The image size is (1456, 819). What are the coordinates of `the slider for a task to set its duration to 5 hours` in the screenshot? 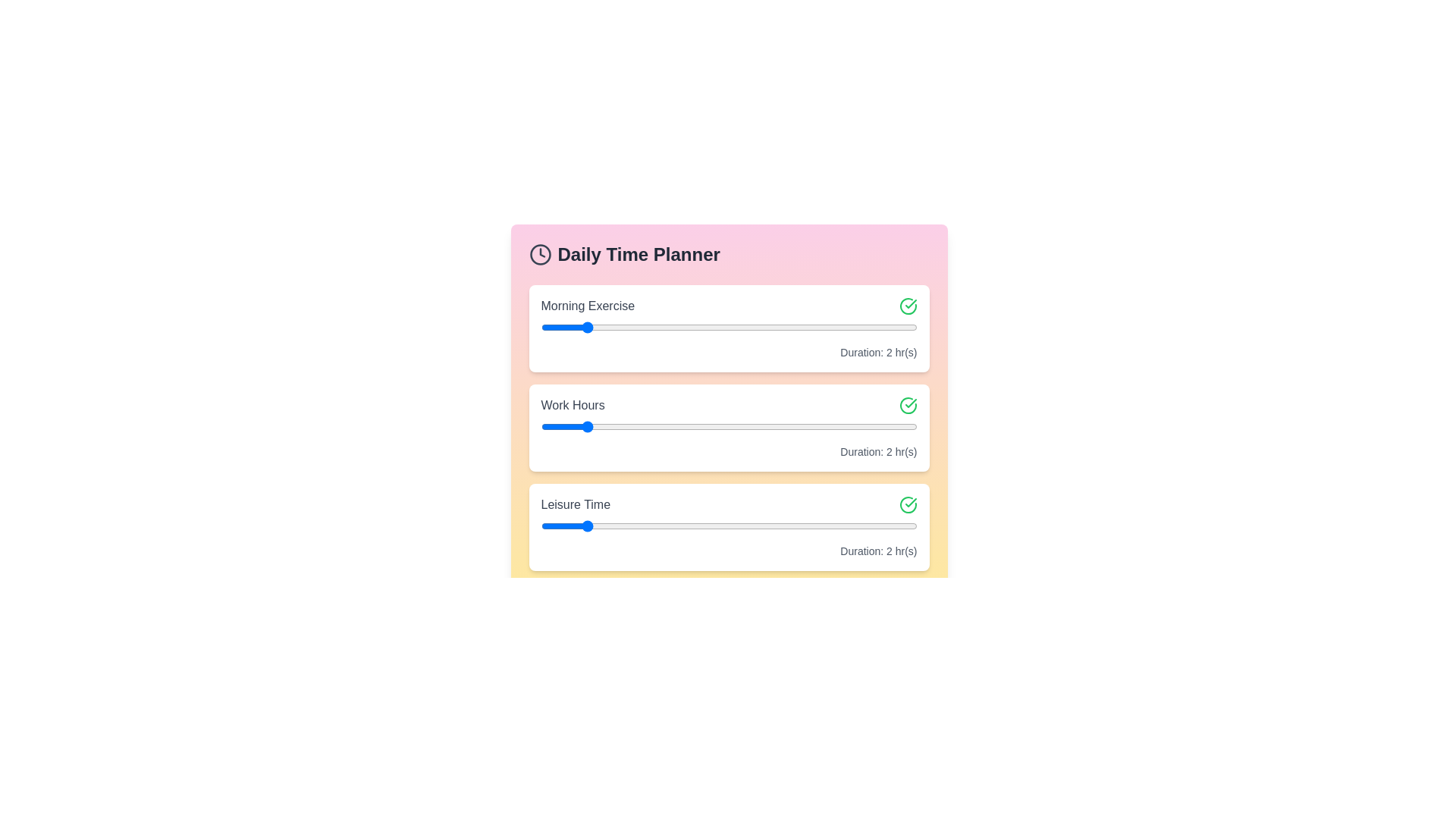 It's located at (707, 327).